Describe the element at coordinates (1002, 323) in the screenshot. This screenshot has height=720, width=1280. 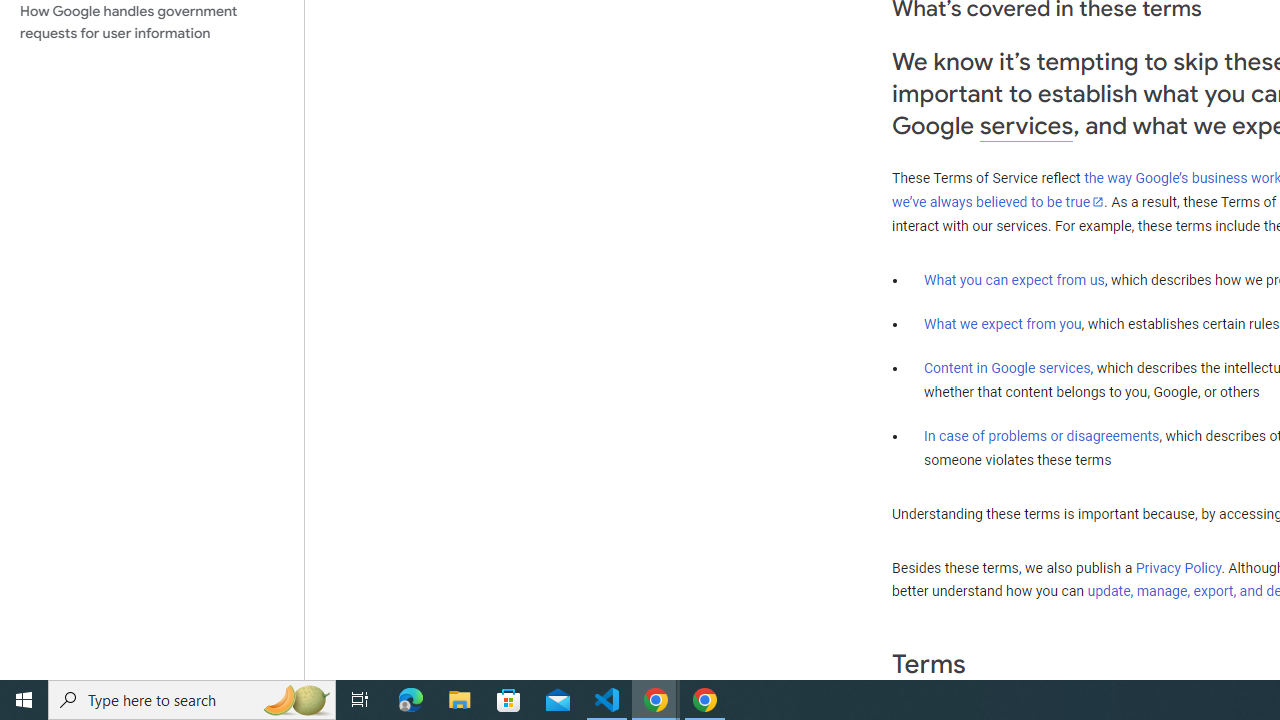
I see `'What we expect from you'` at that location.